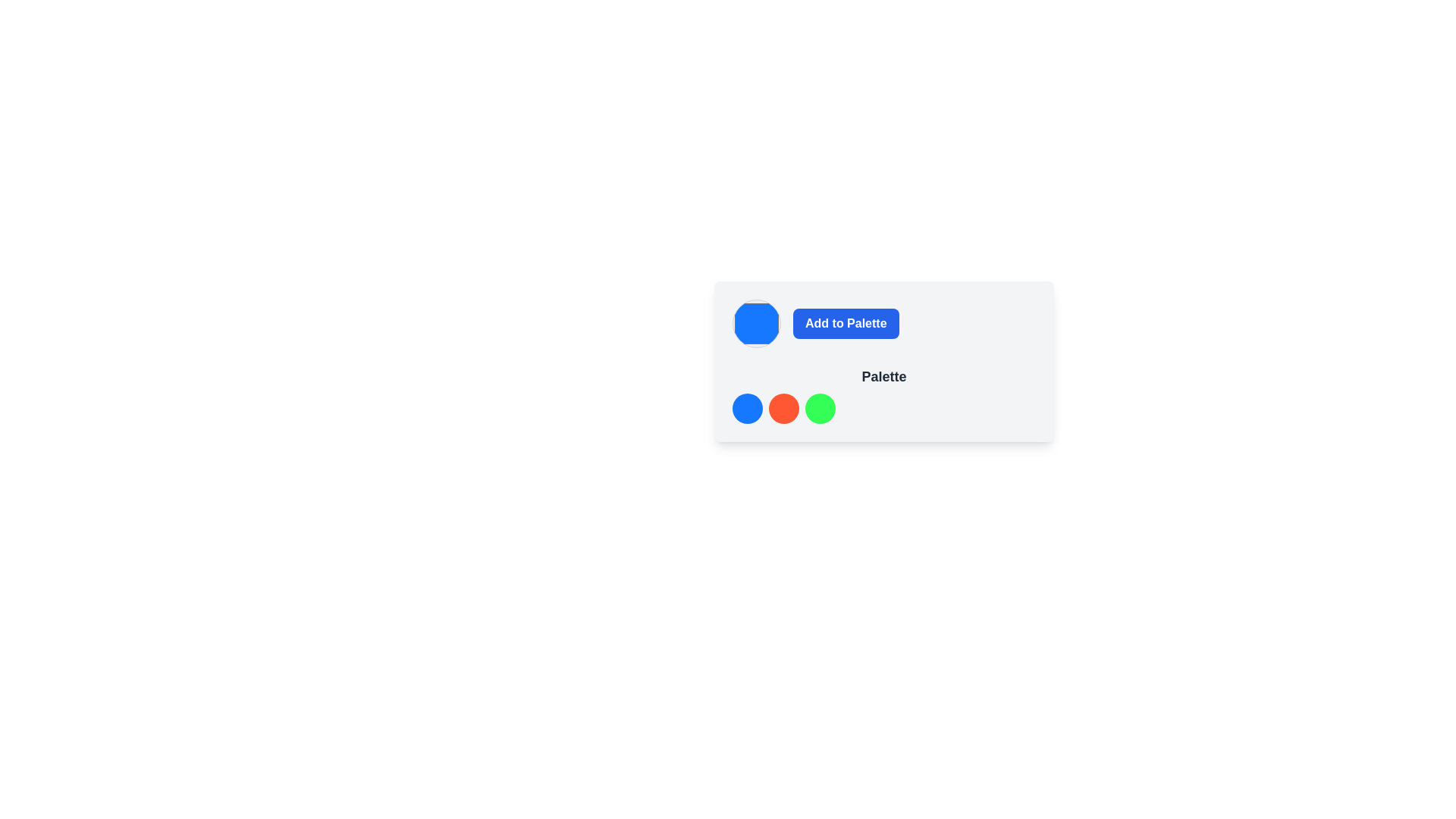 The image size is (1456, 819). What do you see at coordinates (747, 408) in the screenshot?
I see `the first circular blue decorative item located at the bottom section of the interface, which is the leftmost among three similar items` at bounding box center [747, 408].